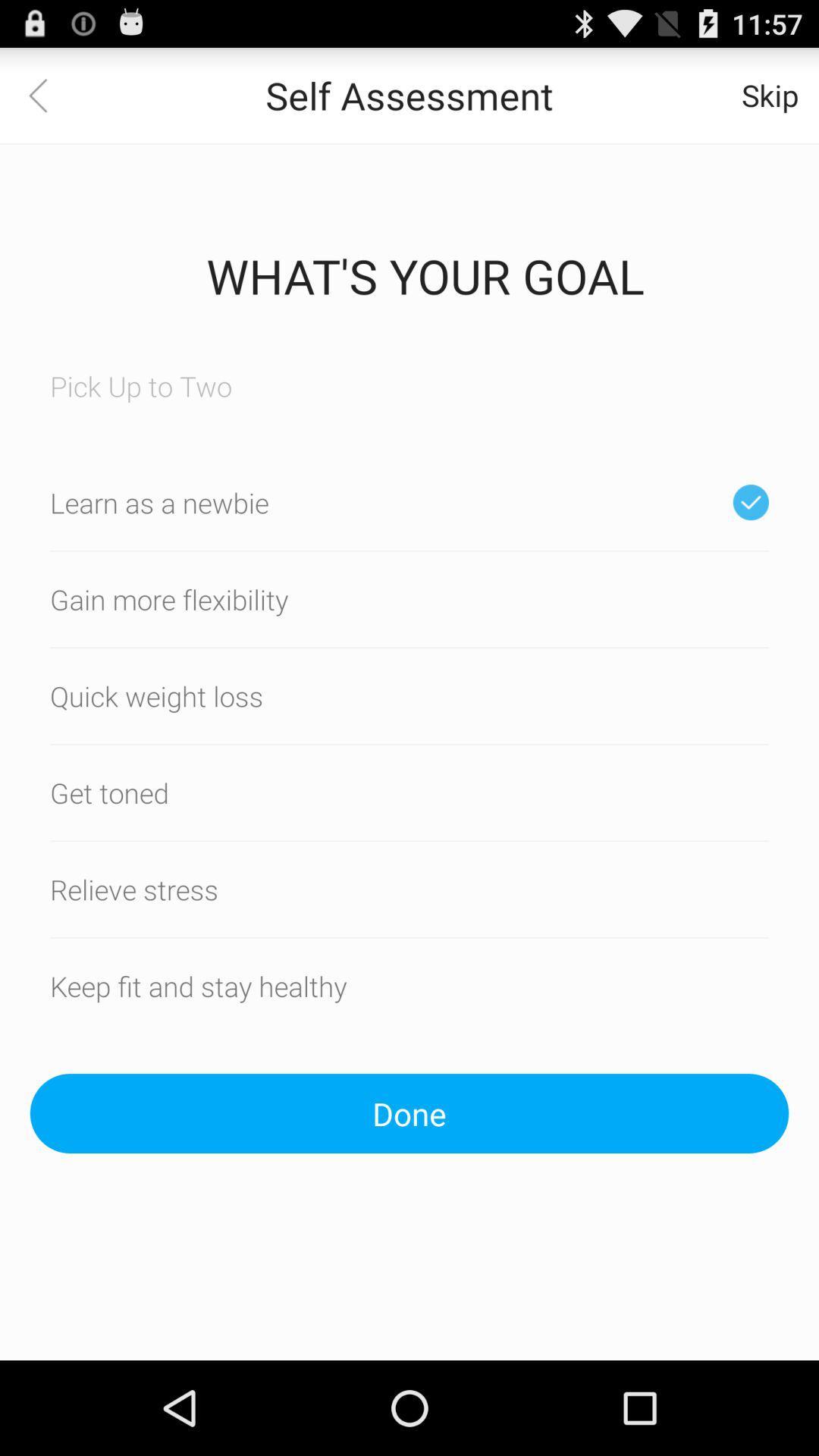 The width and height of the screenshot is (819, 1456). I want to click on the text which is above done, so click(409, 986).